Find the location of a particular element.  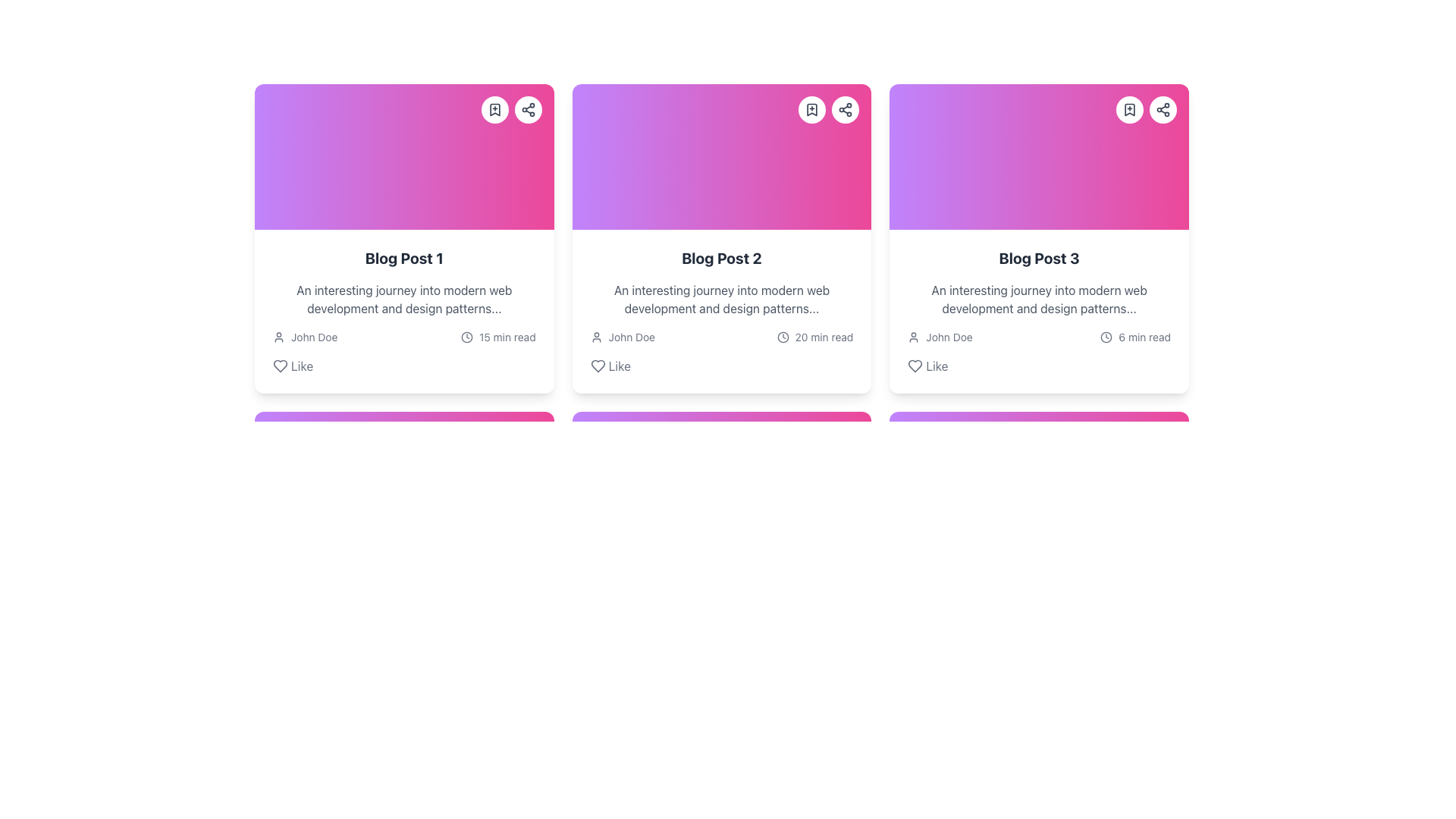

the 'Like' text label located to the right of the heart icon in the lower section of the third blog post card is located at coordinates (936, 366).